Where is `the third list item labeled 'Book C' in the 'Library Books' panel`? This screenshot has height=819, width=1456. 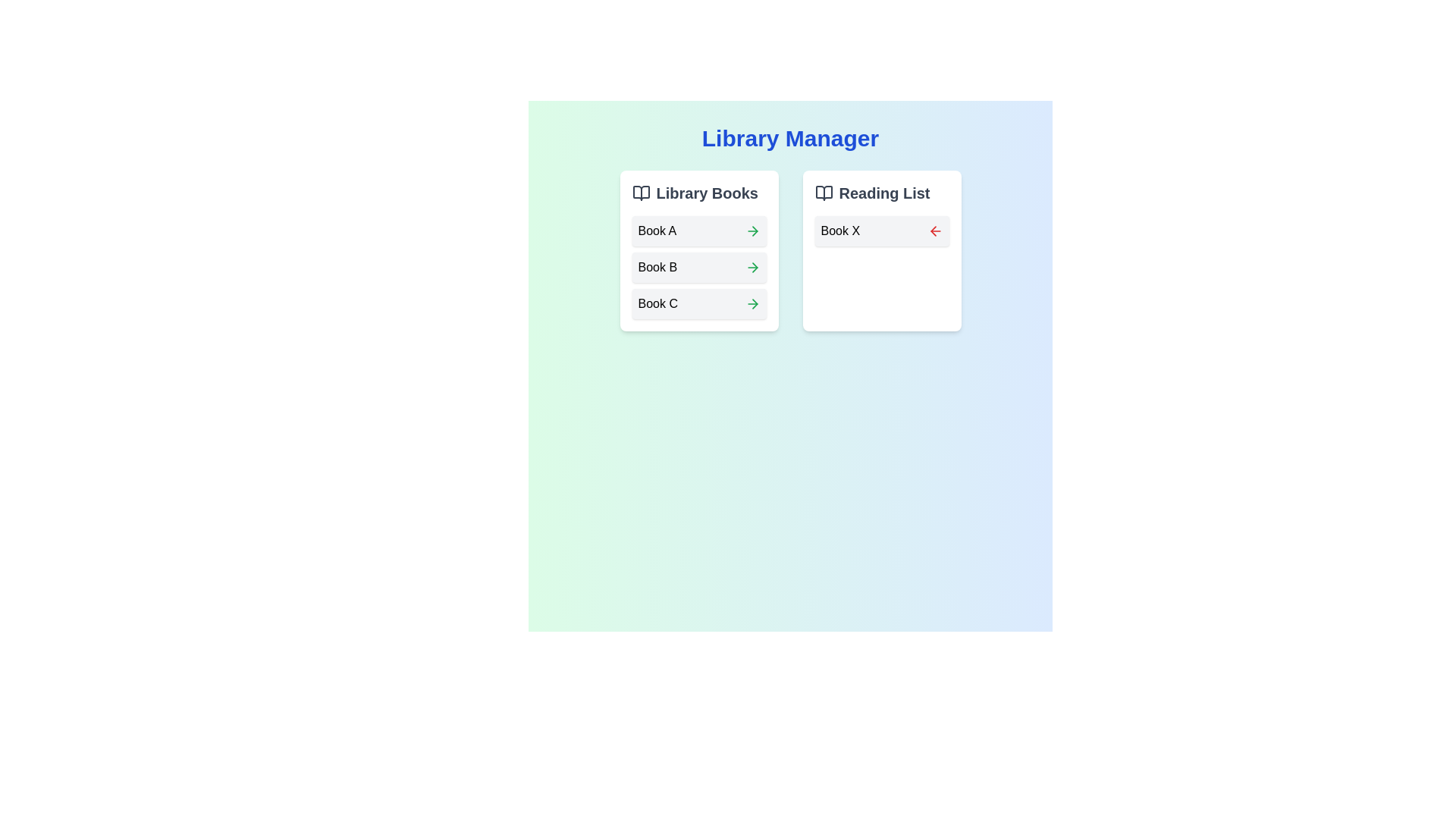 the third list item labeled 'Book C' in the 'Library Books' panel is located at coordinates (698, 304).